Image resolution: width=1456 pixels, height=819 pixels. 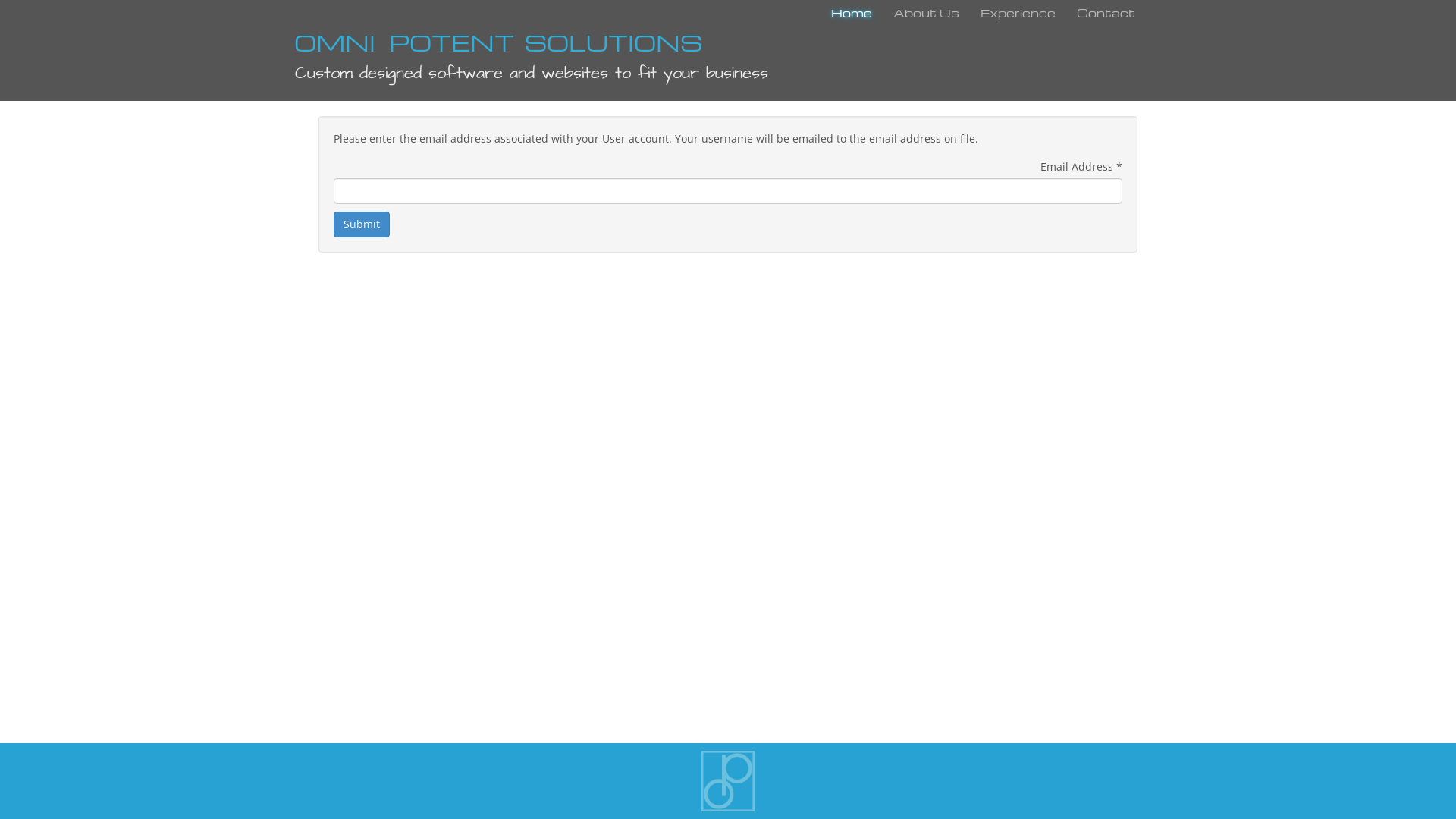 I want to click on 'Home', so click(x=852, y=14).